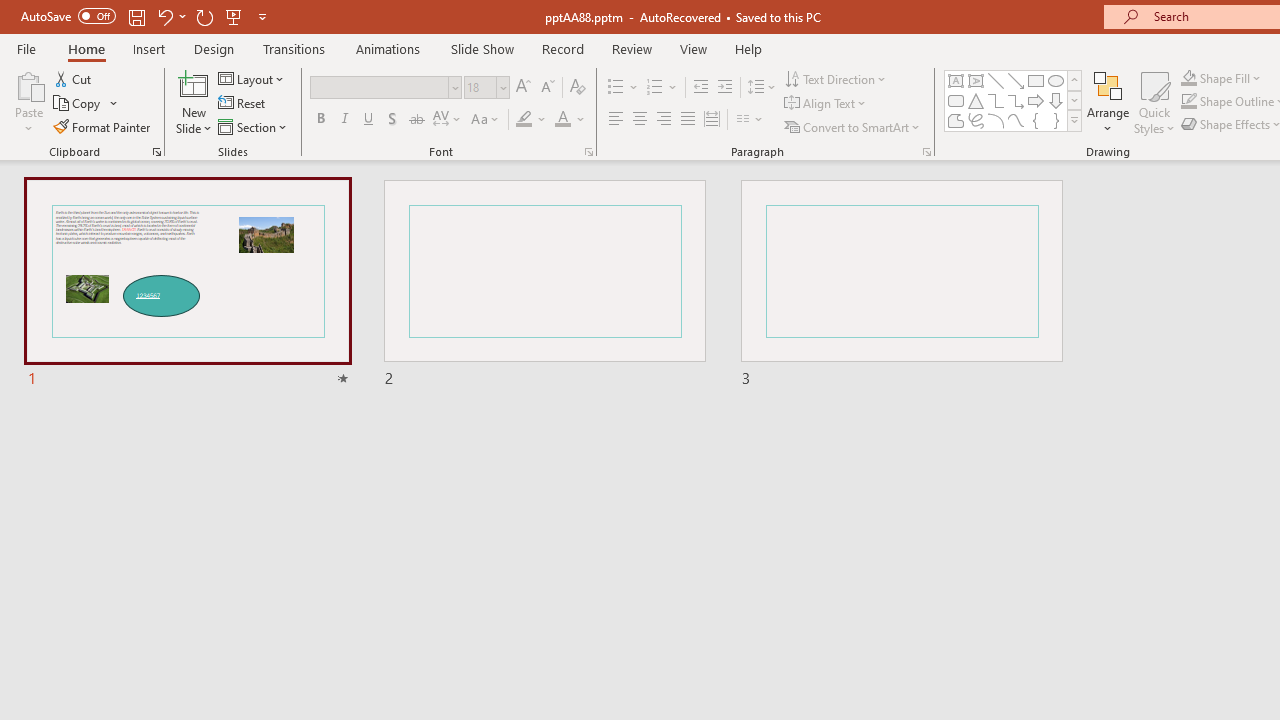 The width and height of the screenshot is (1280, 720). I want to click on 'Font...', so click(587, 150).